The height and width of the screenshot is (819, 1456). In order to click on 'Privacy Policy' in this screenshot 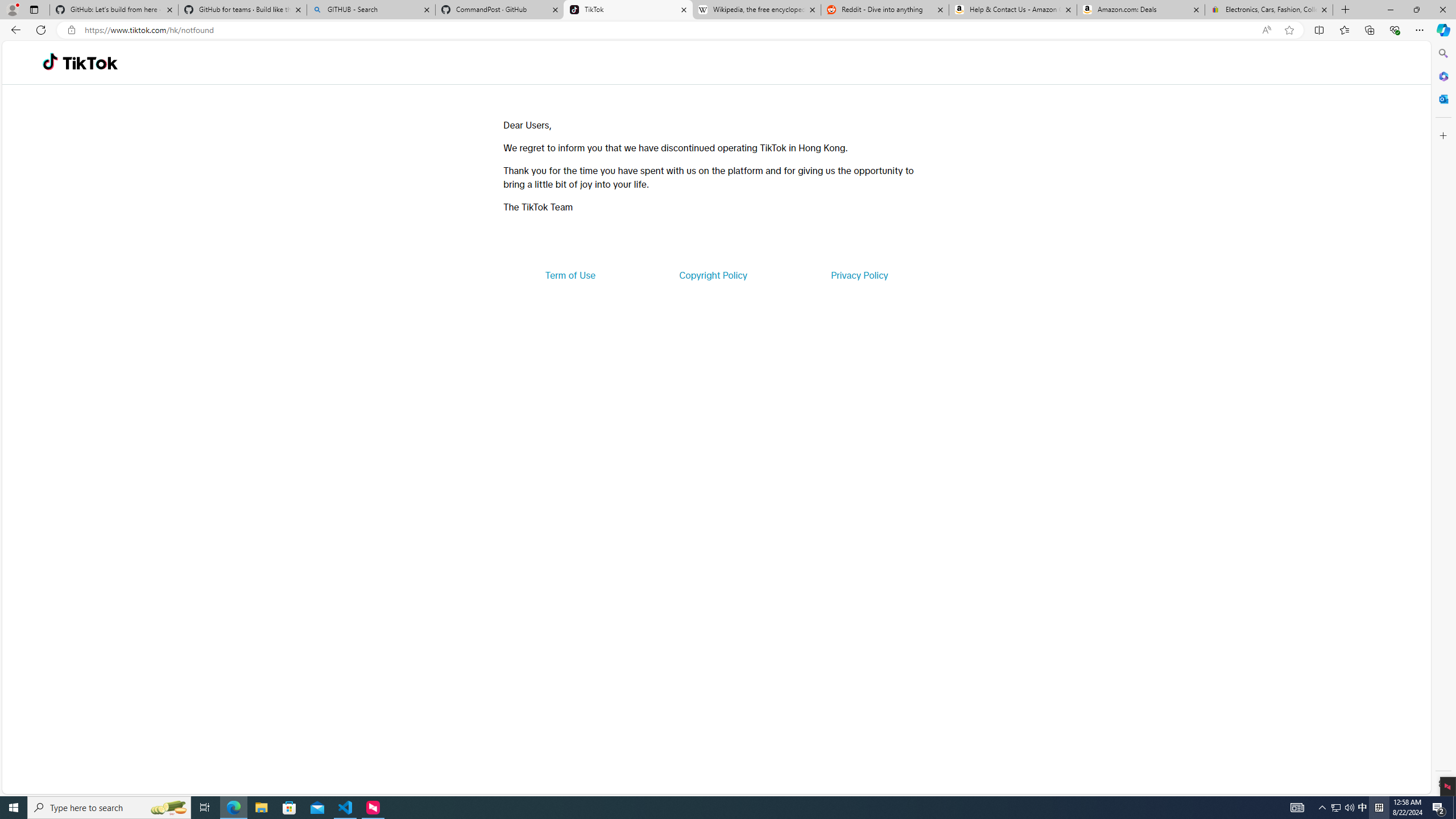, I will do `click(858, 274)`.